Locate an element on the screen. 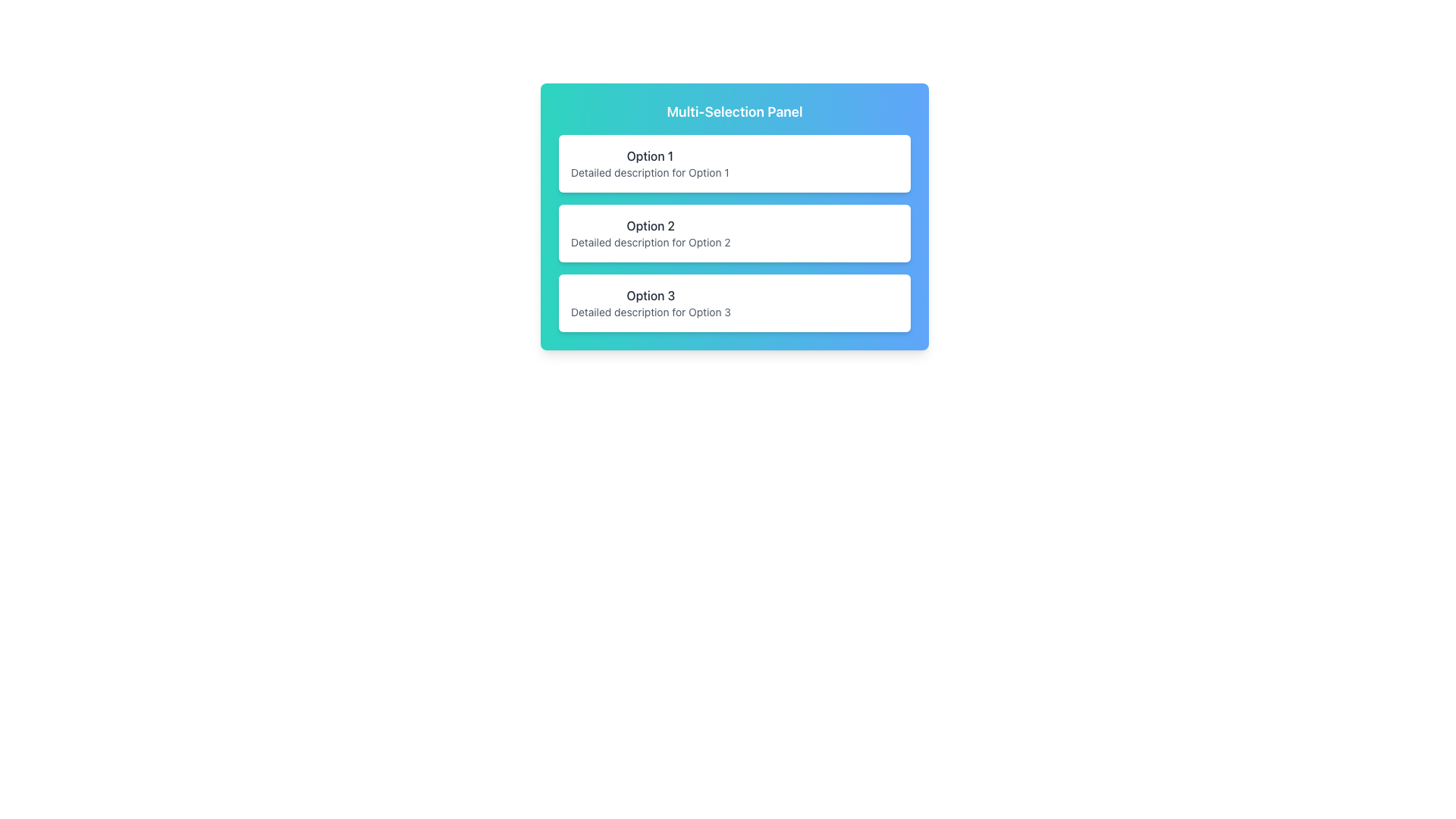 This screenshot has height=819, width=1456. the text block titled 'Option 3' which has a description below it, located within the 'Multi-Selection Panel' section is located at coordinates (651, 303).